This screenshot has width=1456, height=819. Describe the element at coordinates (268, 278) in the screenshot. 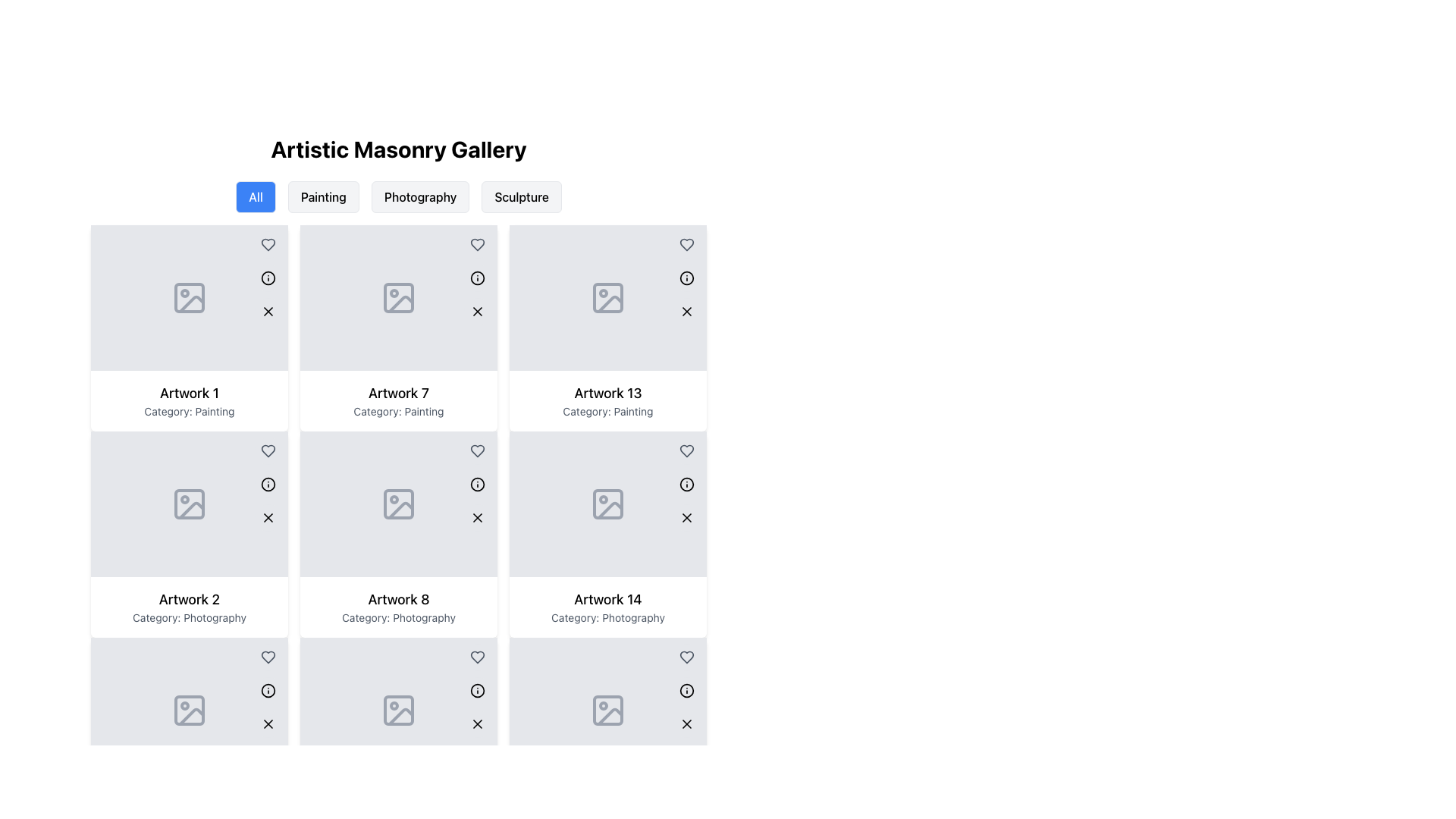

I see `the circular 'i' icon located in the top-right of the 'Artwork 7' card` at that location.